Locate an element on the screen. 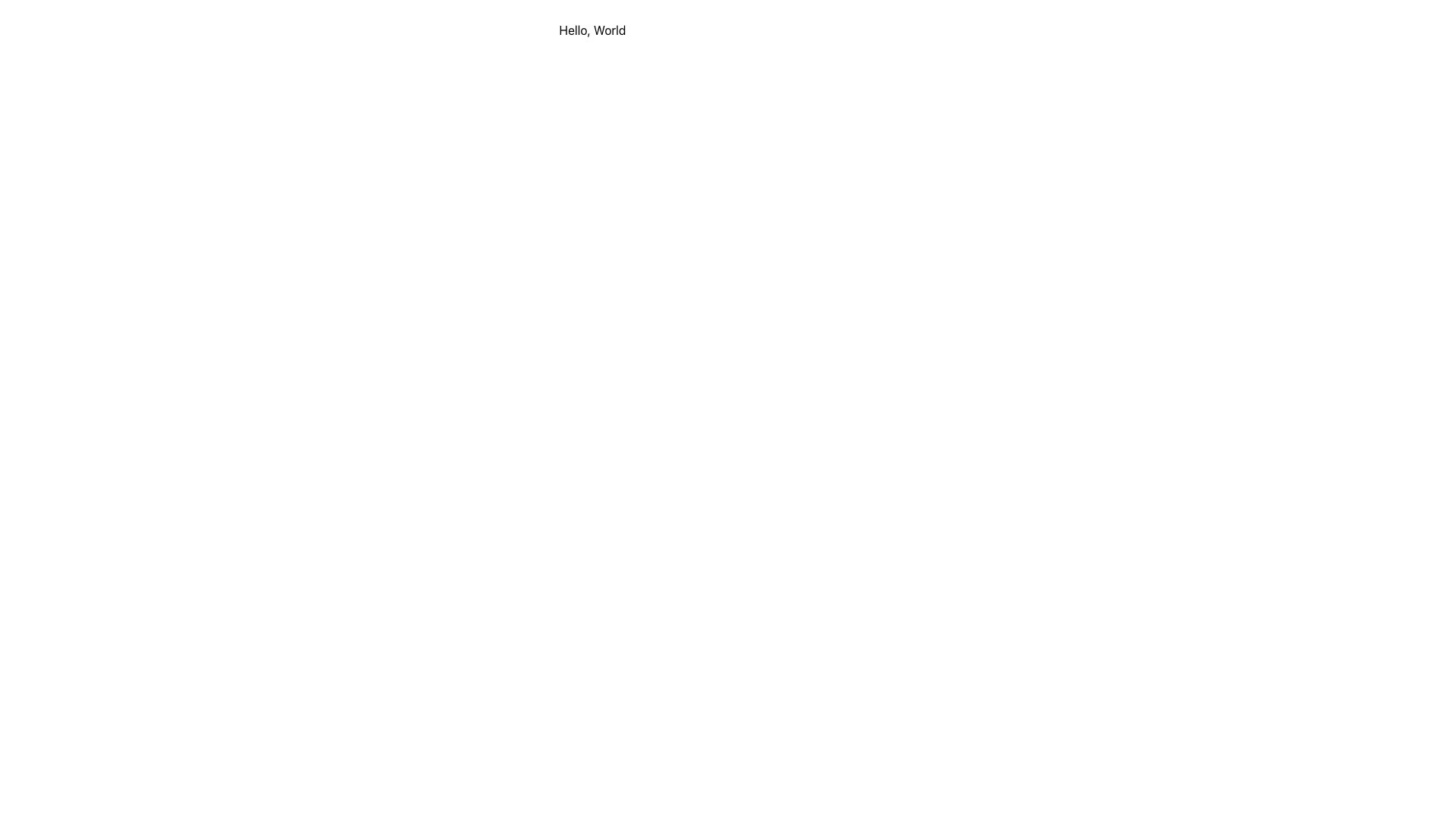  text displayed in the centered static text component that says 'Hello, World' is located at coordinates (591, 30).